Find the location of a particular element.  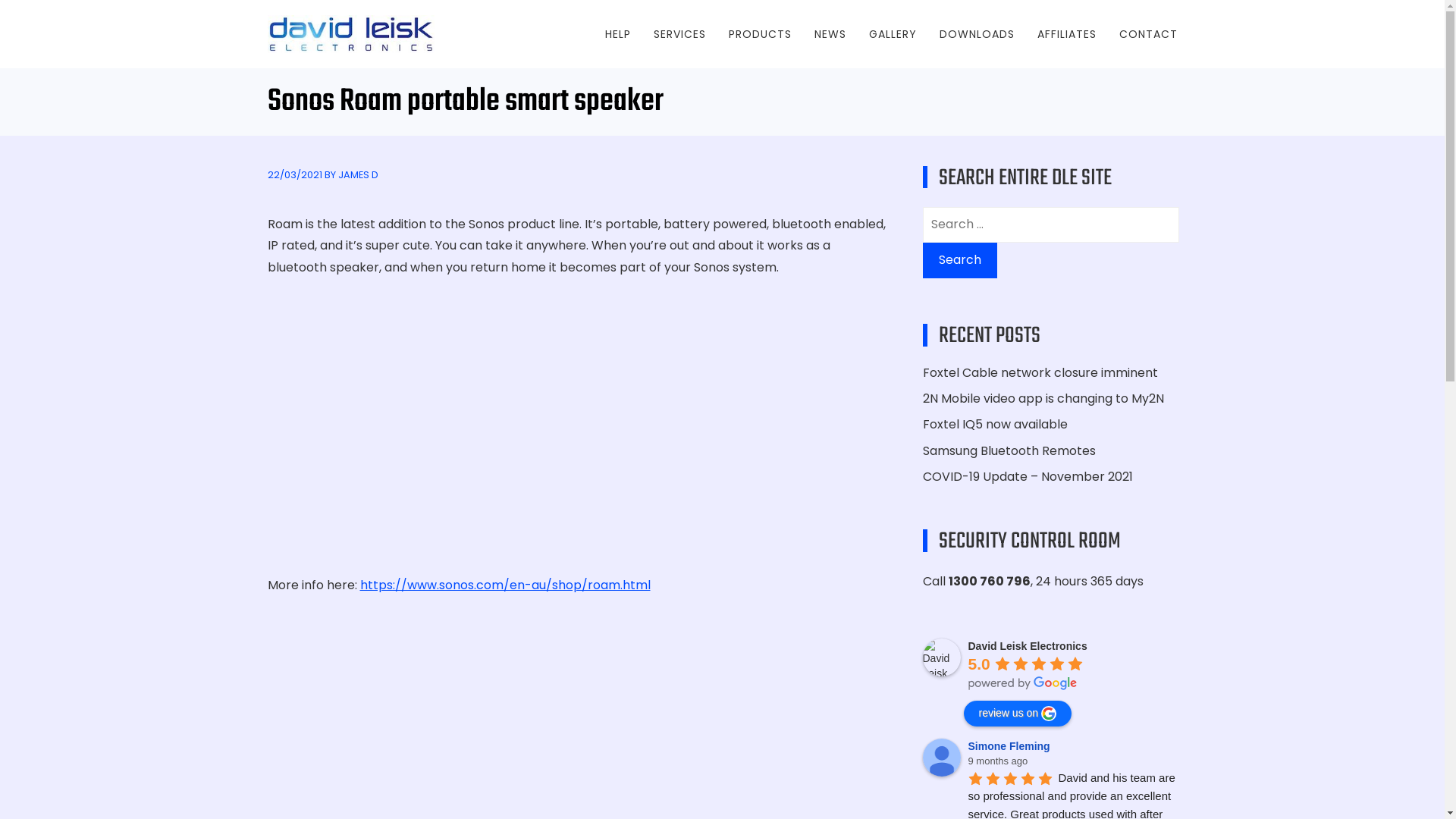

'NEWS' is located at coordinates (829, 34).